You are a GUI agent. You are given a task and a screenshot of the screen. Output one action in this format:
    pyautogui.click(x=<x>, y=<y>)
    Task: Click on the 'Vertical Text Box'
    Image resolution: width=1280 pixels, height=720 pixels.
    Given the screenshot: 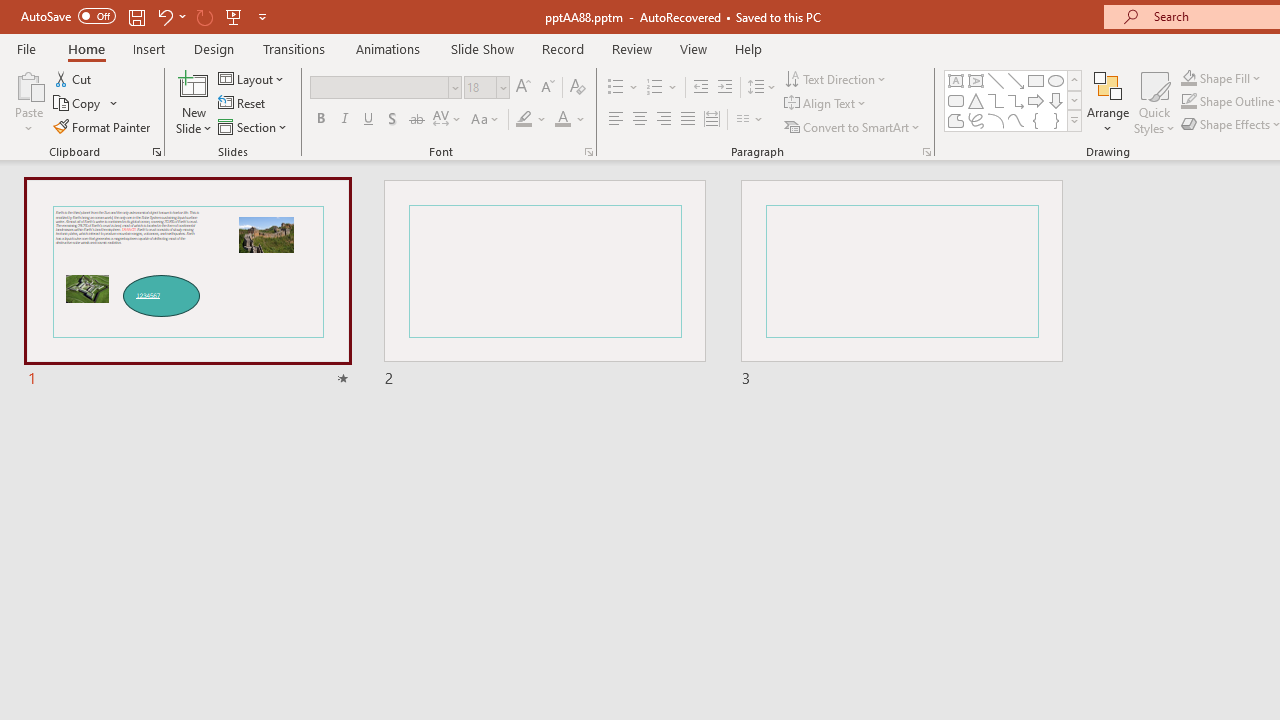 What is the action you would take?
    pyautogui.click(x=976, y=80)
    